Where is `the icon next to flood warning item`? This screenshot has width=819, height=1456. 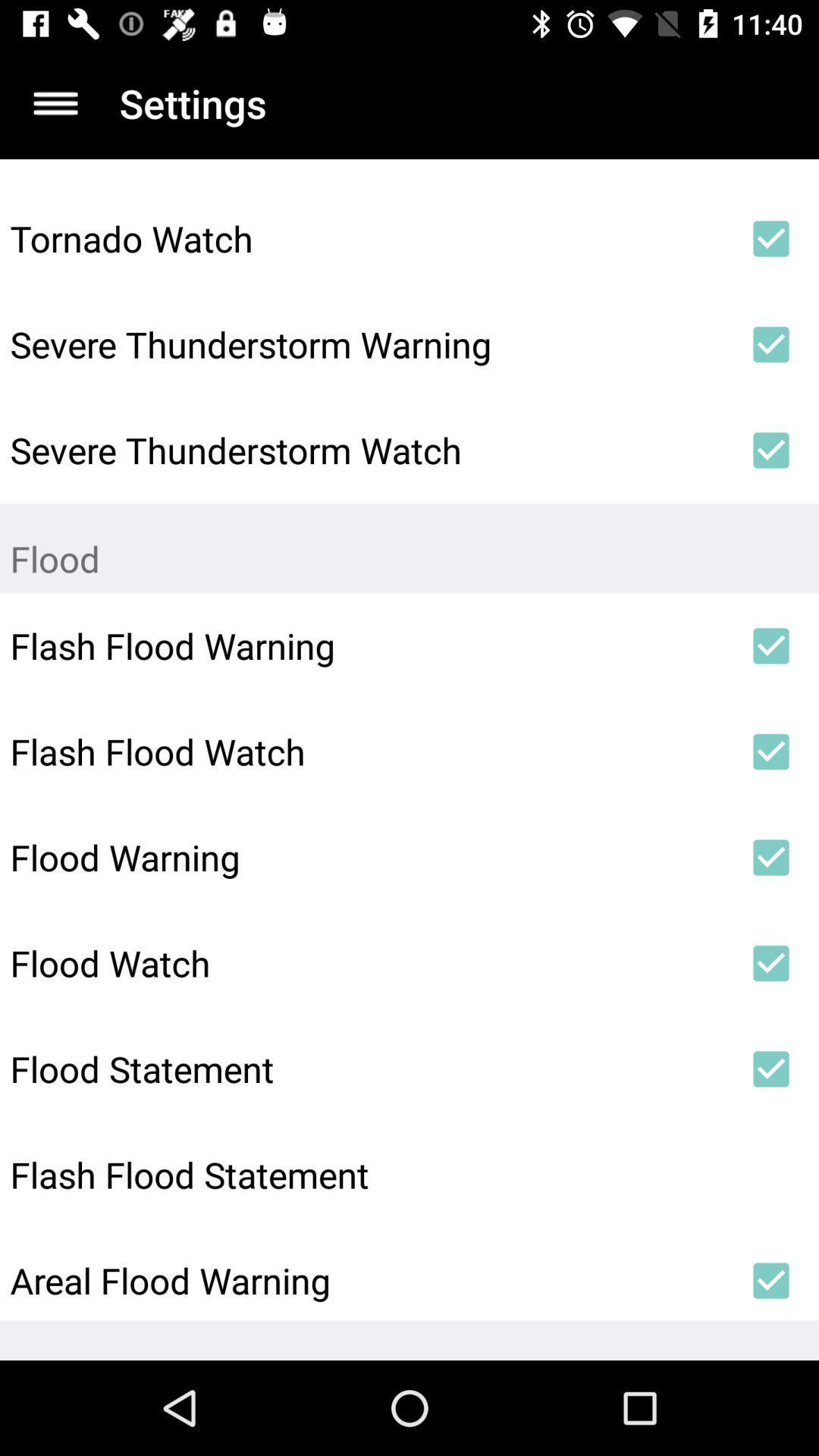
the icon next to flood warning item is located at coordinates (771, 858).